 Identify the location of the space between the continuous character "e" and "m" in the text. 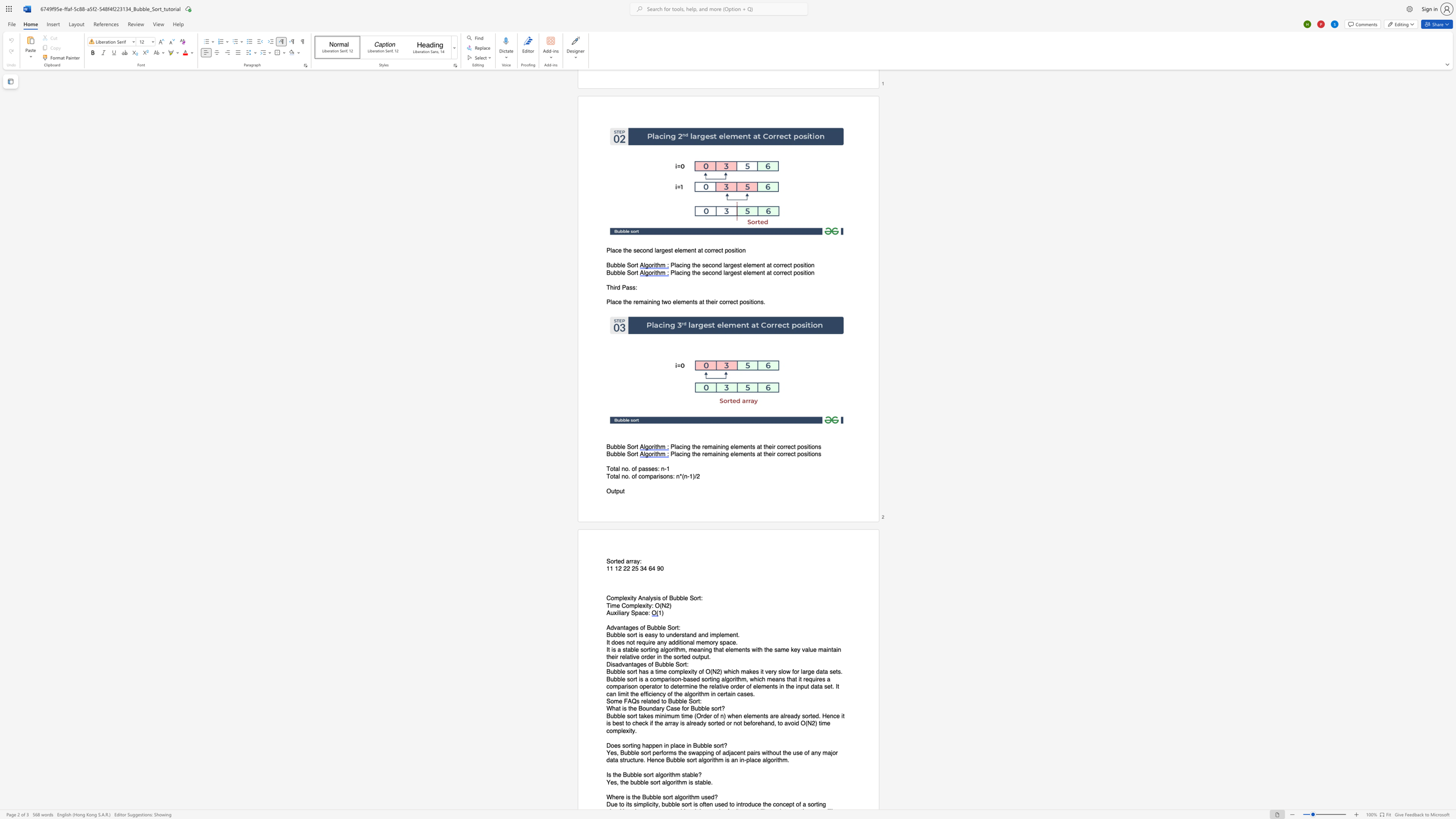
(704, 642).